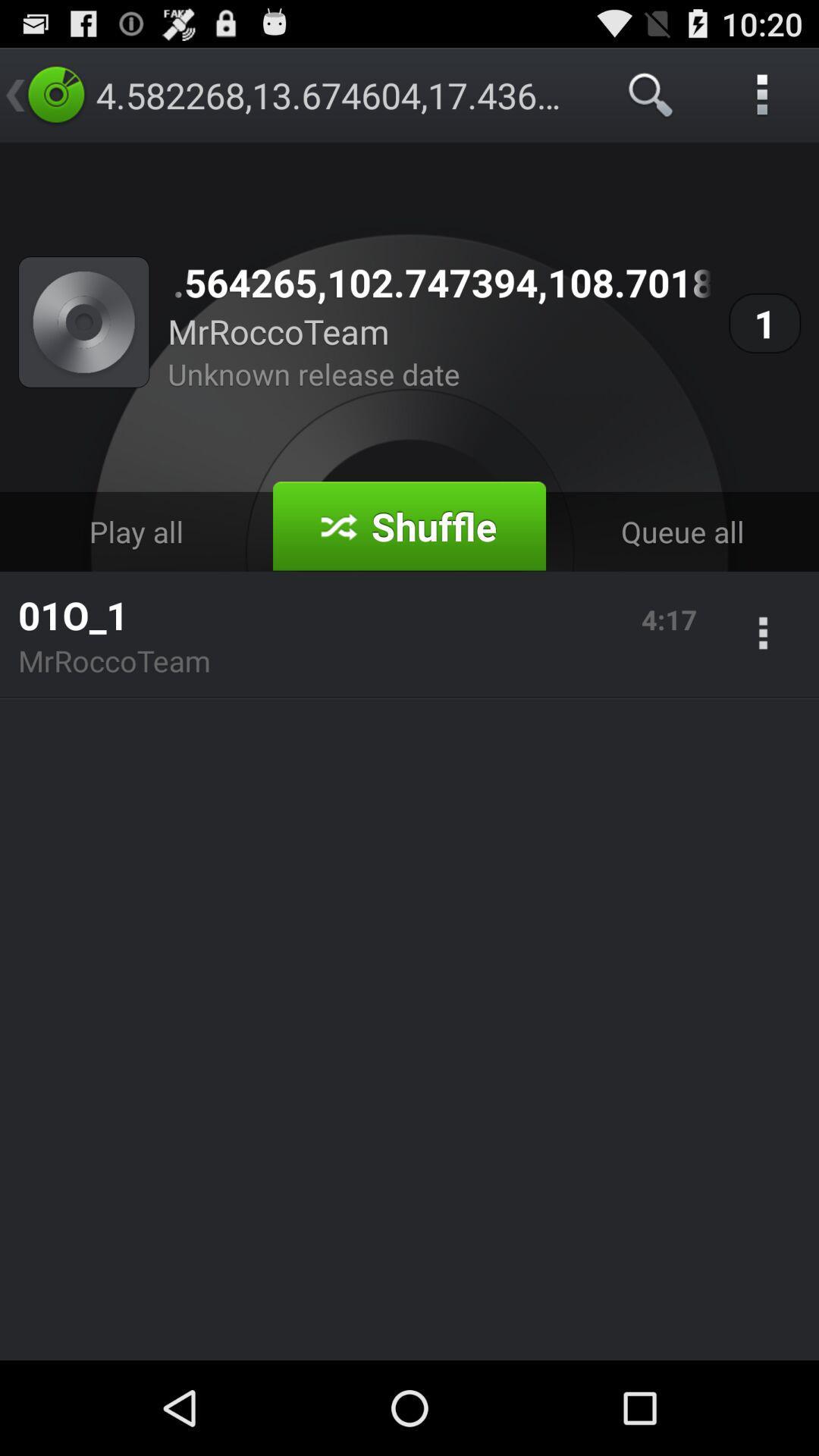 Image resolution: width=819 pixels, height=1456 pixels. Describe the element at coordinates (681, 532) in the screenshot. I see `the app below 1 icon` at that location.